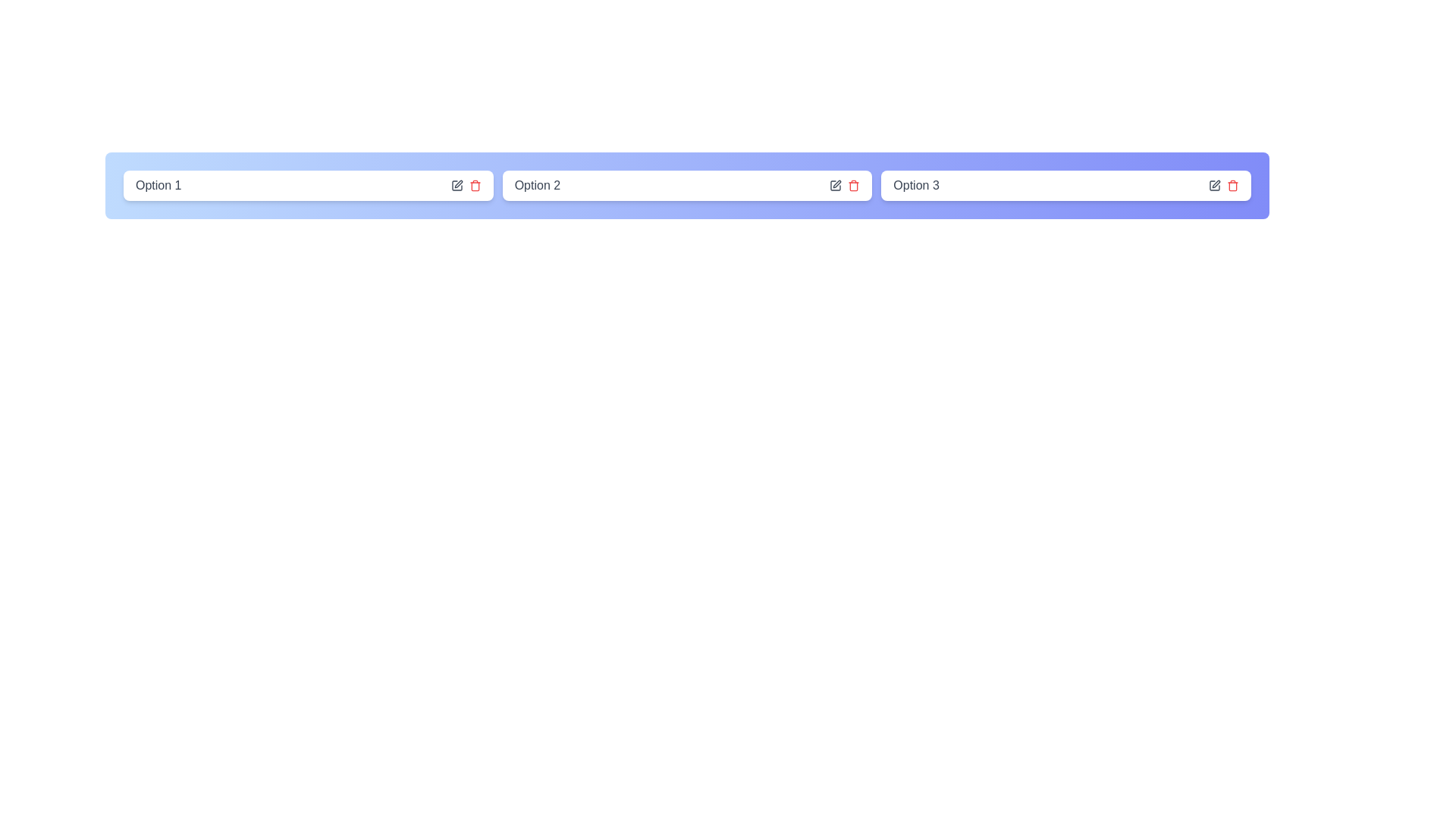 This screenshot has width=1456, height=819. Describe the element at coordinates (1065, 185) in the screenshot. I see `the chip labeled Option 3` at that location.